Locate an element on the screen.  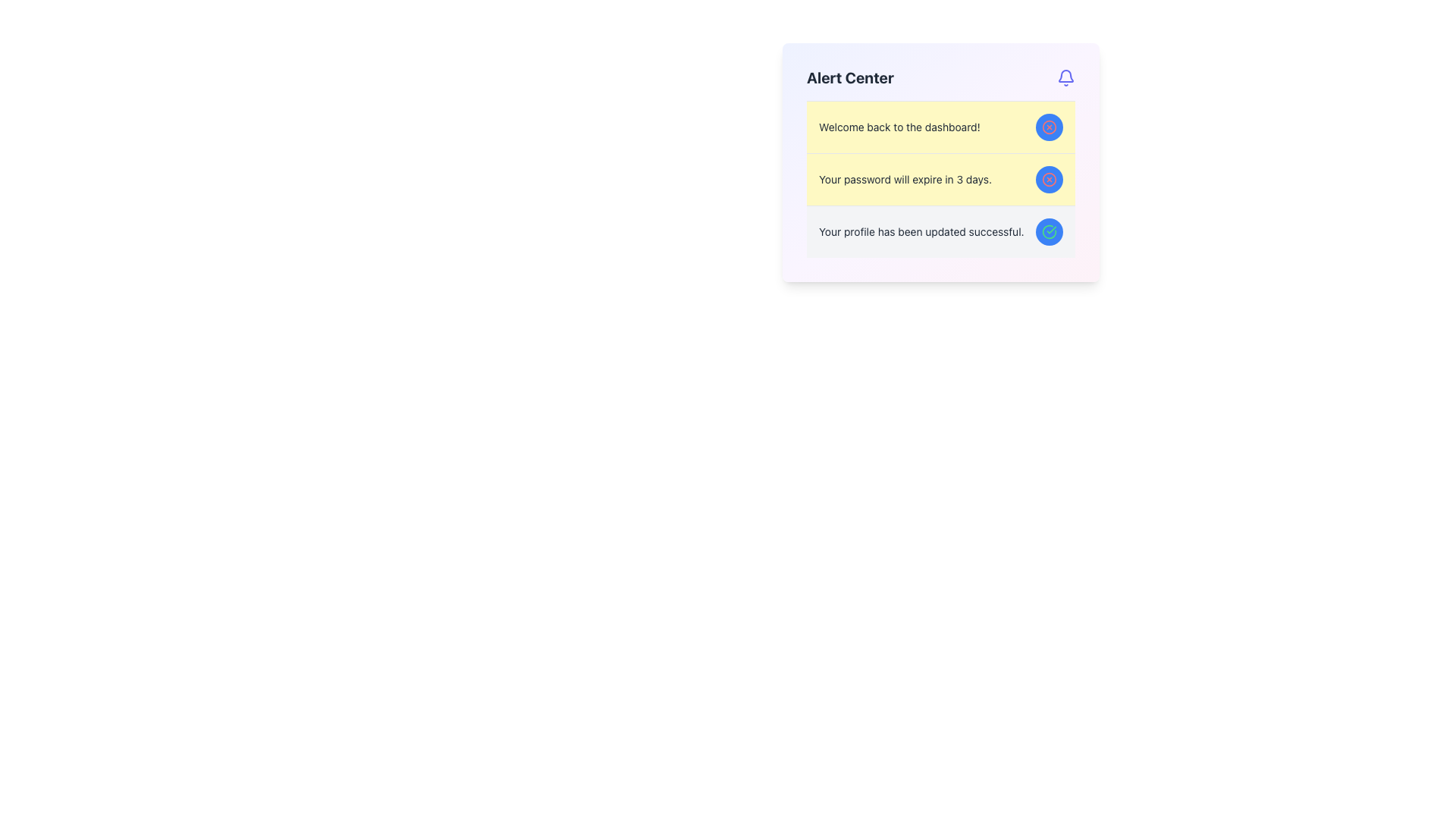
the circular graphical element located within the larger cross icon on the right side of the first alert message in the 'Alert Center' box is located at coordinates (1048, 127).